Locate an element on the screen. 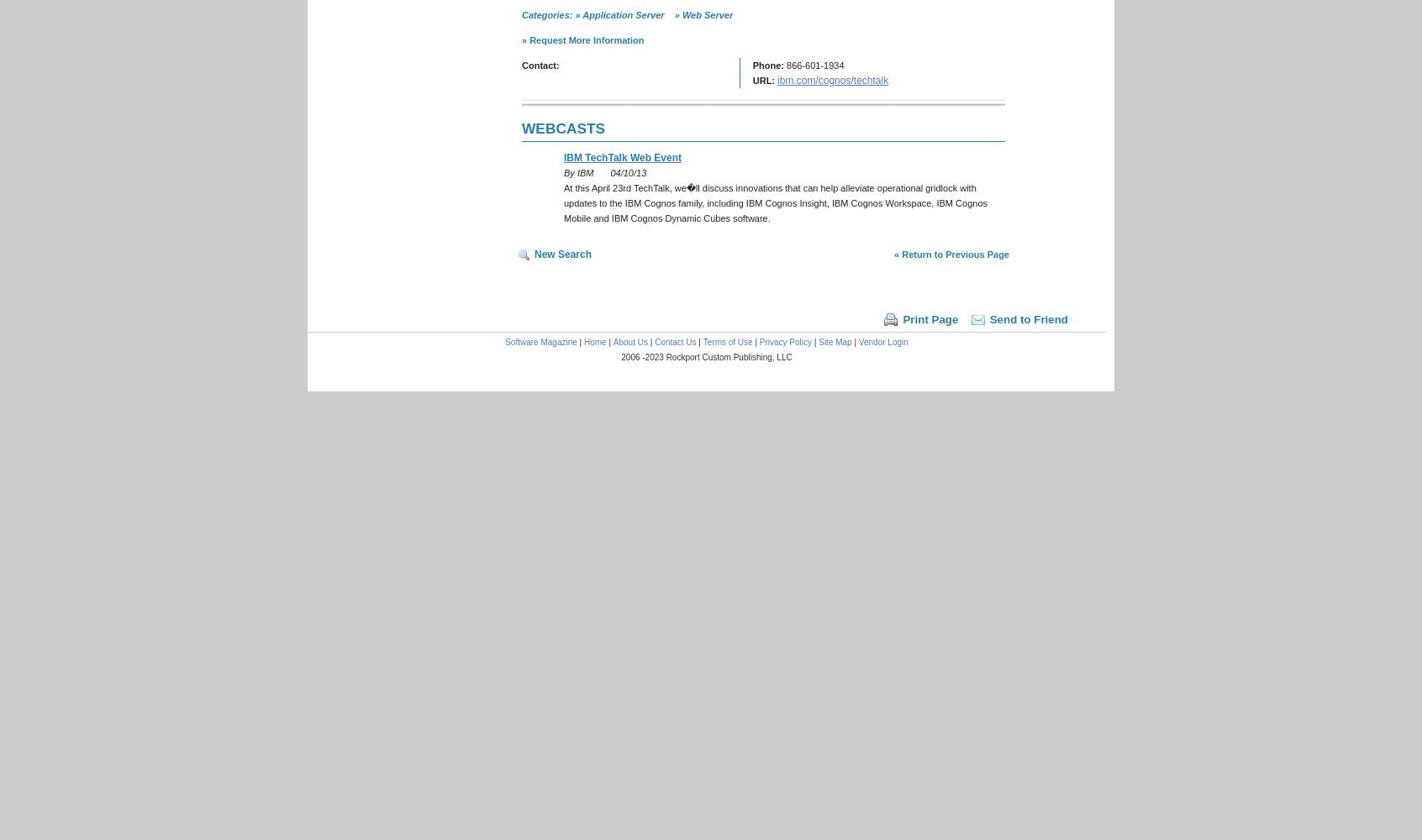 This screenshot has width=1422, height=840. 'Phone:' is located at coordinates (767, 65).